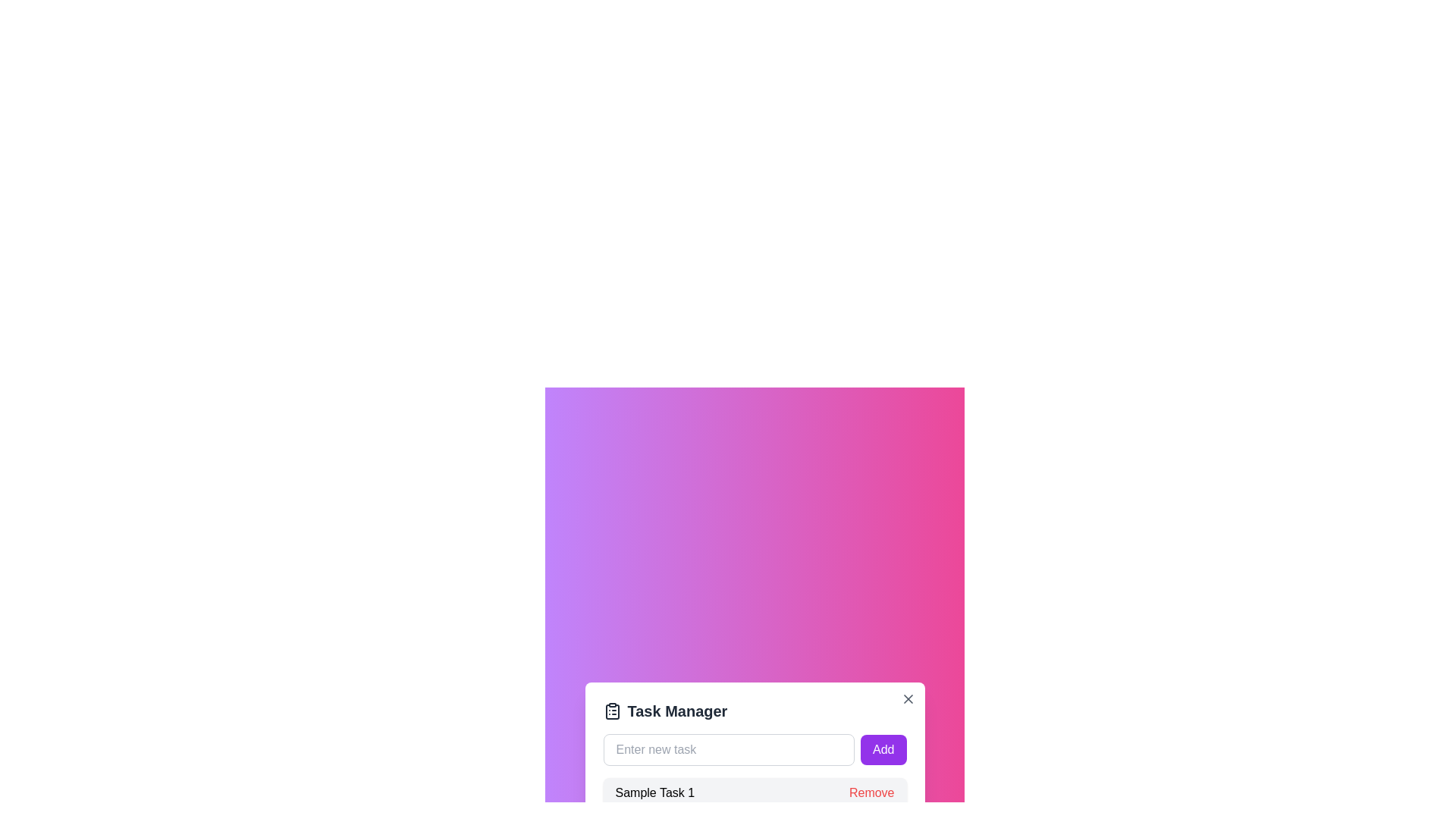  What do you see at coordinates (612, 711) in the screenshot?
I see `the task management icon located to the immediate left of the 'Task Manager' heading in the header section of the task management widget` at bounding box center [612, 711].